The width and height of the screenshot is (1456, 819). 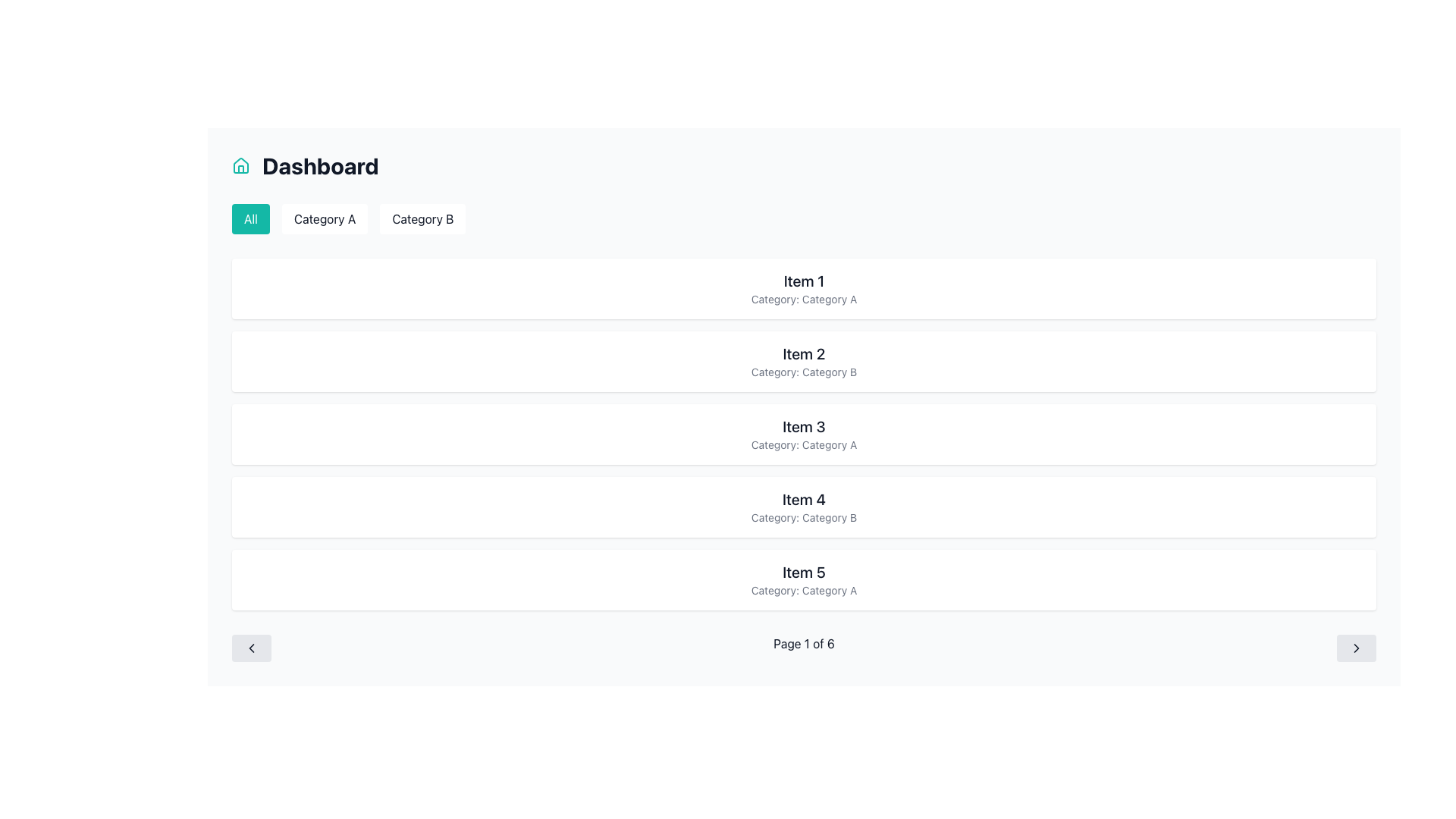 What do you see at coordinates (1357, 648) in the screenshot?
I see `the 'Next' button located at the bottom right of the interface` at bounding box center [1357, 648].